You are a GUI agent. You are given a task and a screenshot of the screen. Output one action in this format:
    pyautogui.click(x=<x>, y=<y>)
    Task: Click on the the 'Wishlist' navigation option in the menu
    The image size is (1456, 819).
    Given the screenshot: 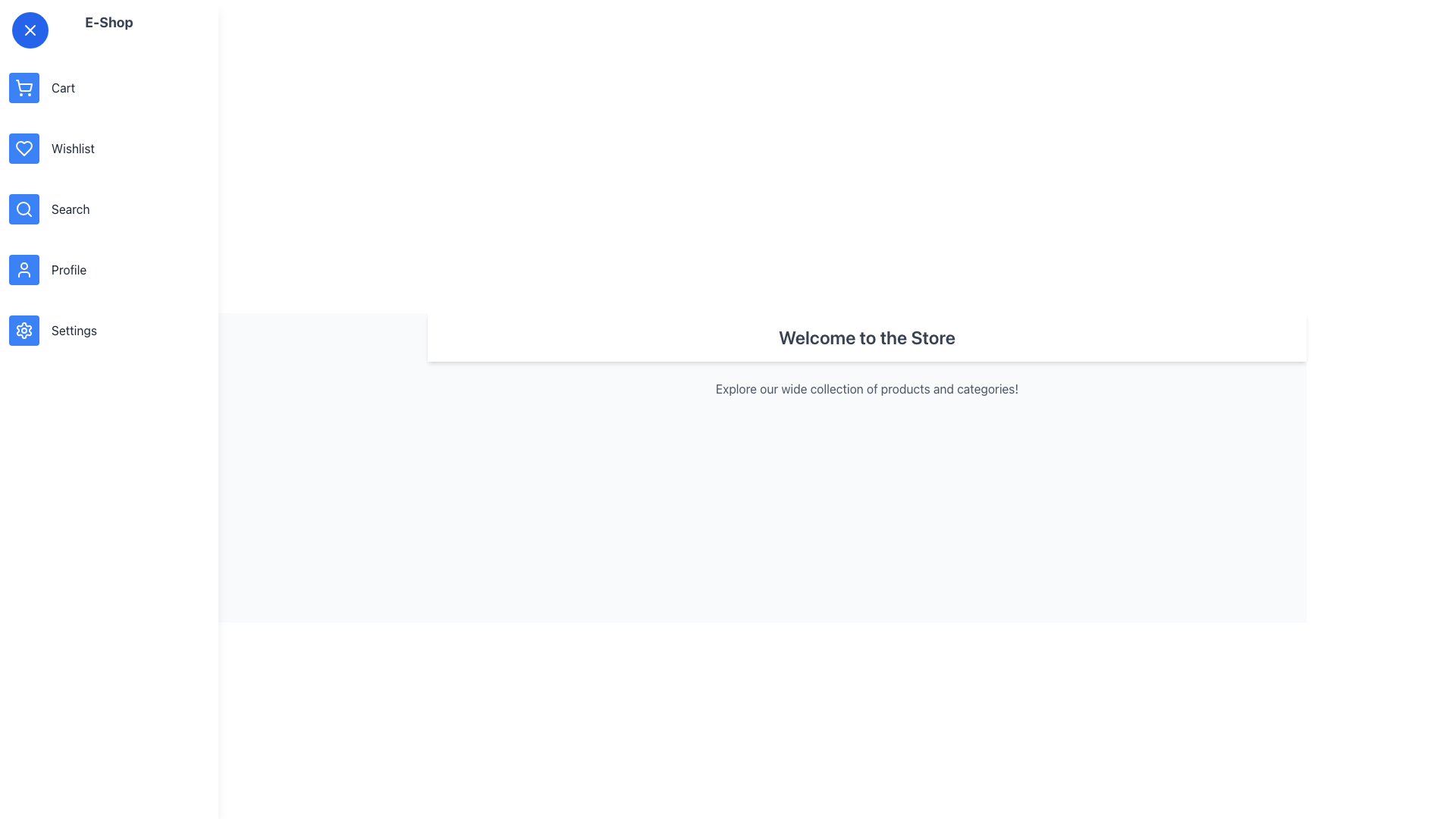 What is the action you would take?
    pyautogui.click(x=72, y=149)
    